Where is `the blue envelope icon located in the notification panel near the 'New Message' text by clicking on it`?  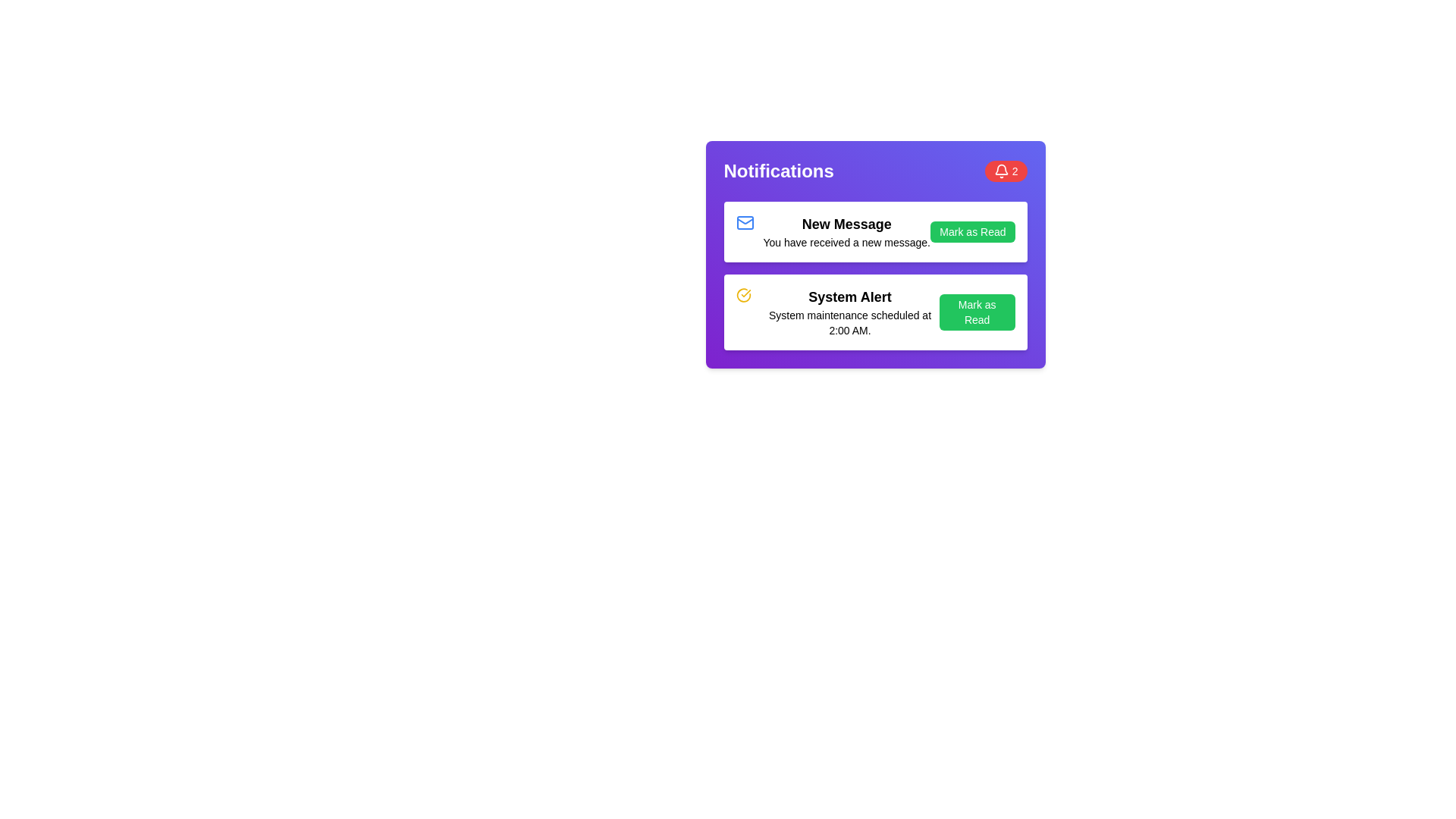
the blue envelope icon located in the notification panel near the 'New Message' text by clicking on it is located at coordinates (745, 222).